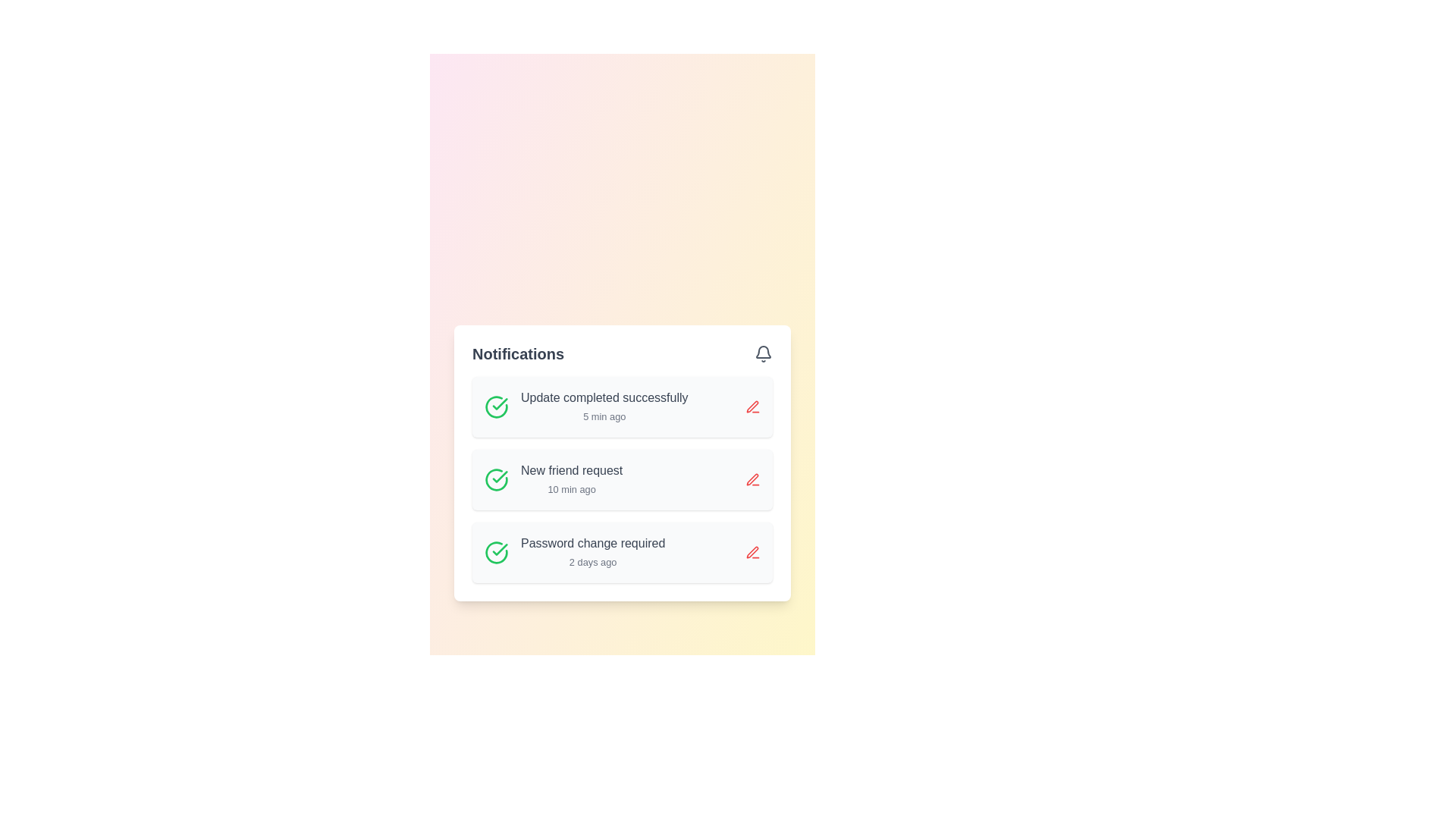 The width and height of the screenshot is (1456, 819). I want to click on the third notification item in the Notifications list that informs the user about a recent password change event, so click(574, 553).